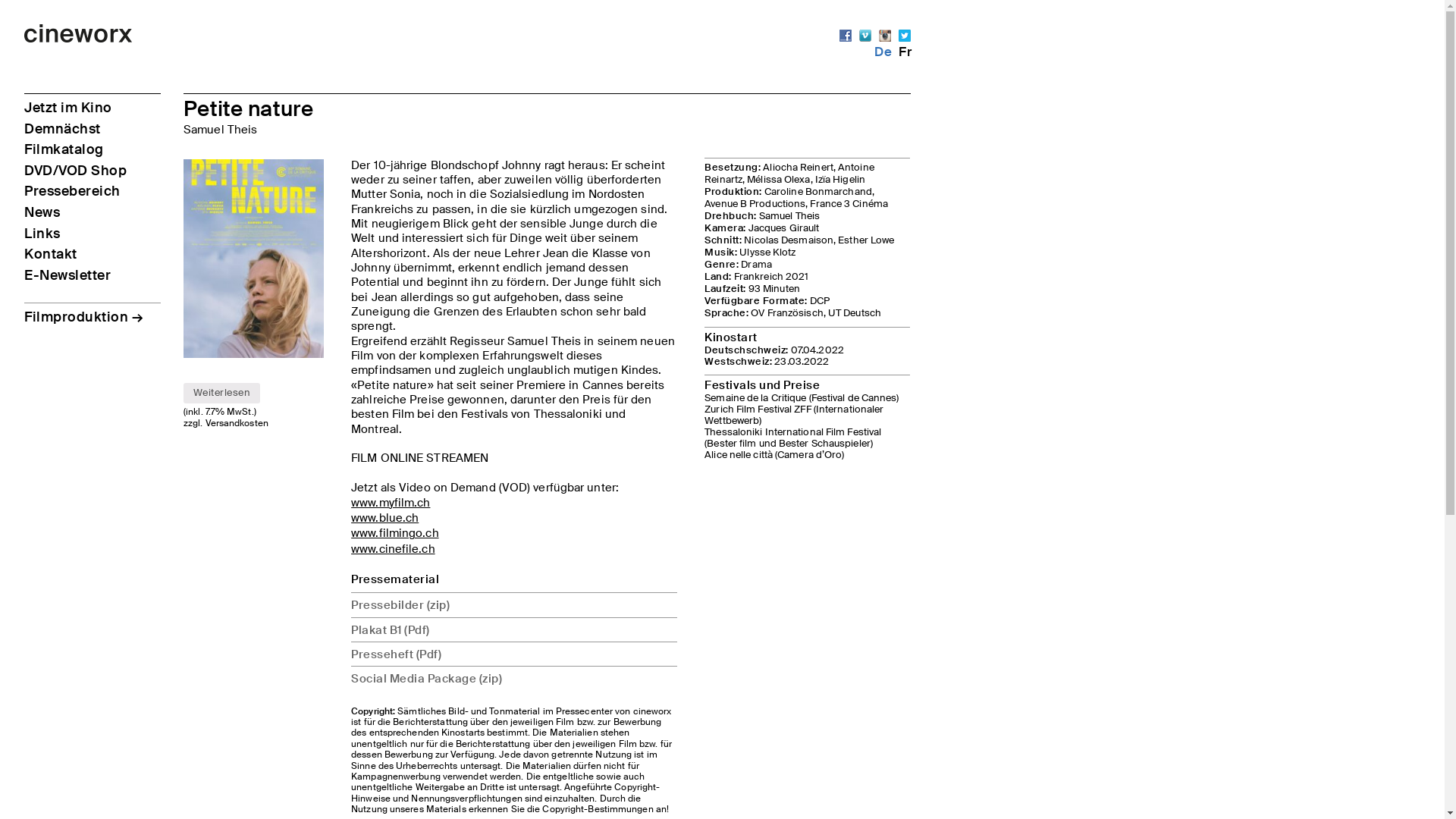 Image resolution: width=1456 pixels, height=819 pixels. What do you see at coordinates (513, 677) in the screenshot?
I see `'Social Media Package (zip)'` at bounding box center [513, 677].